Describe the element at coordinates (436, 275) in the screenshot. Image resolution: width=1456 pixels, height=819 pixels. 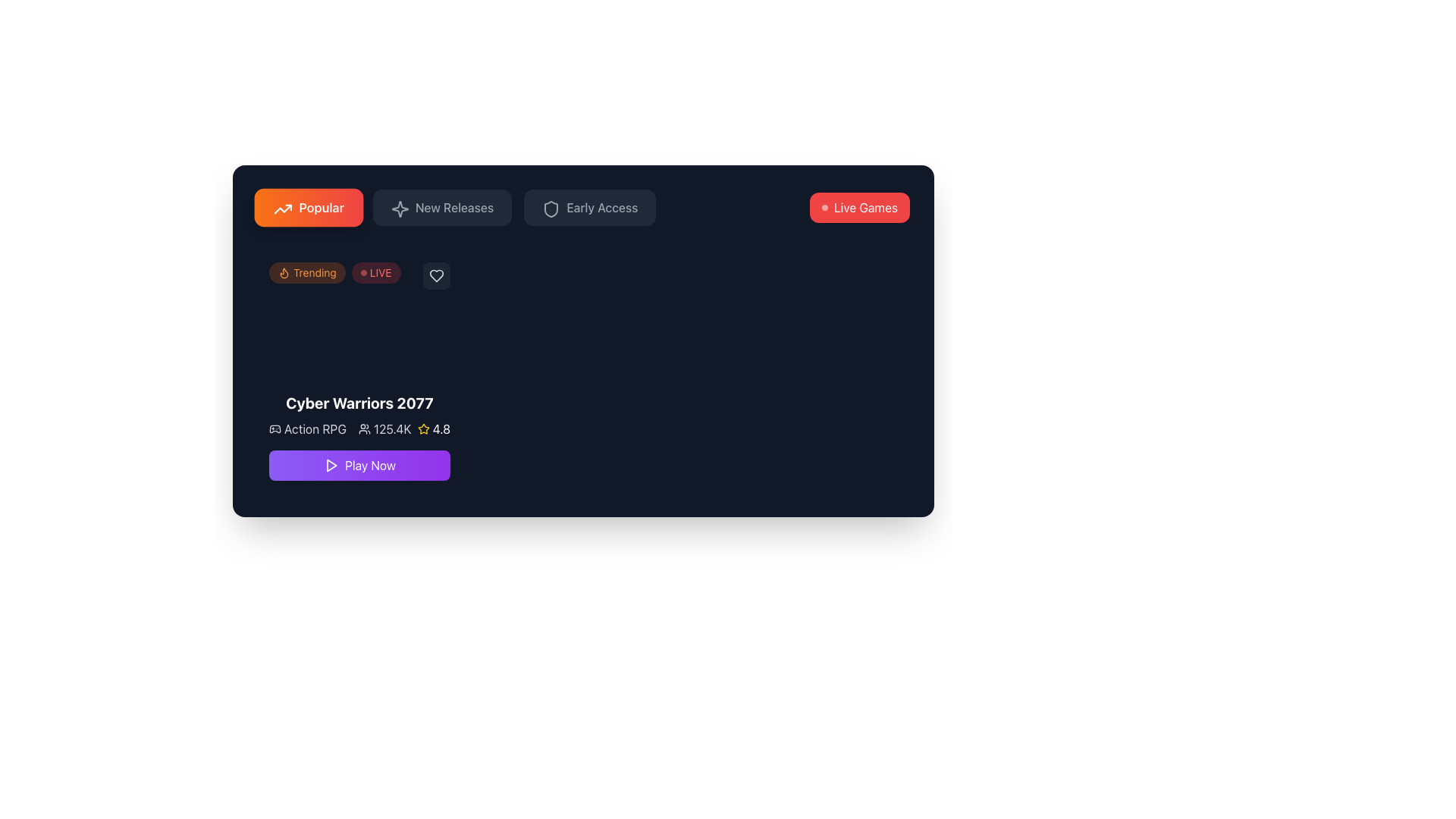
I see `the heart icon button located in the second row of the menu section, to the right of the 'Trending' and 'Live' labels, to mark the entity as a favorite` at that location.